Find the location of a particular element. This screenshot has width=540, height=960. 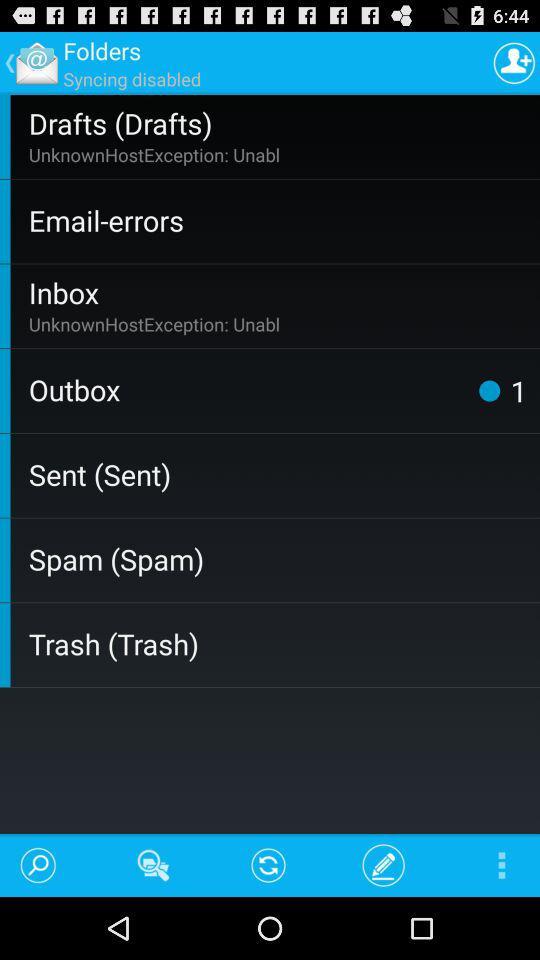

the app below trash (trash) app is located at coordinates (152, 864).